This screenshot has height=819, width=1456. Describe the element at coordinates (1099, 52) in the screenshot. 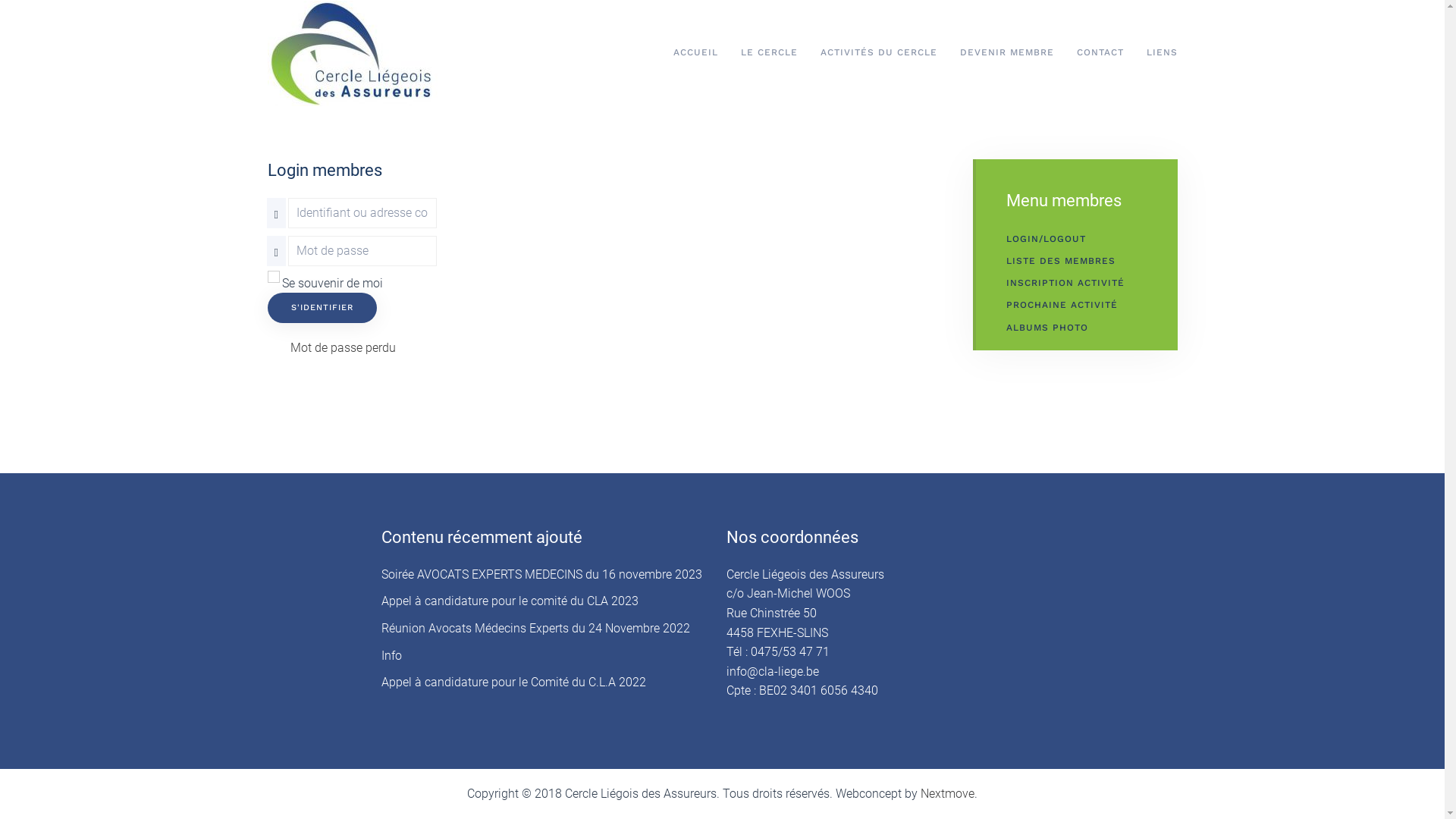

I see `'CONTACT'` at that location.